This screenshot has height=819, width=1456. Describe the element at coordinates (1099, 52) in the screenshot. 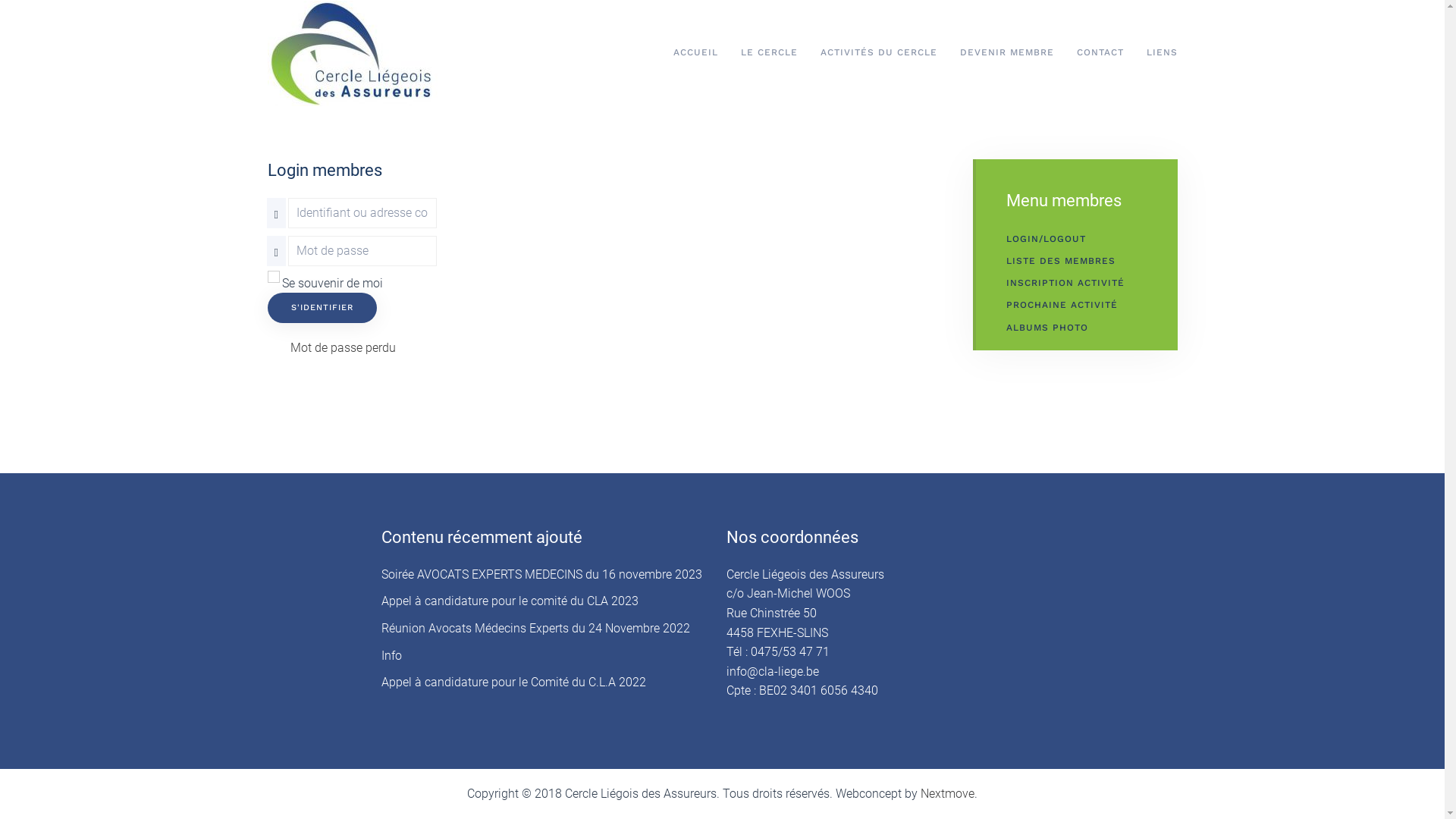

I see `'CONTACT'` at that location.